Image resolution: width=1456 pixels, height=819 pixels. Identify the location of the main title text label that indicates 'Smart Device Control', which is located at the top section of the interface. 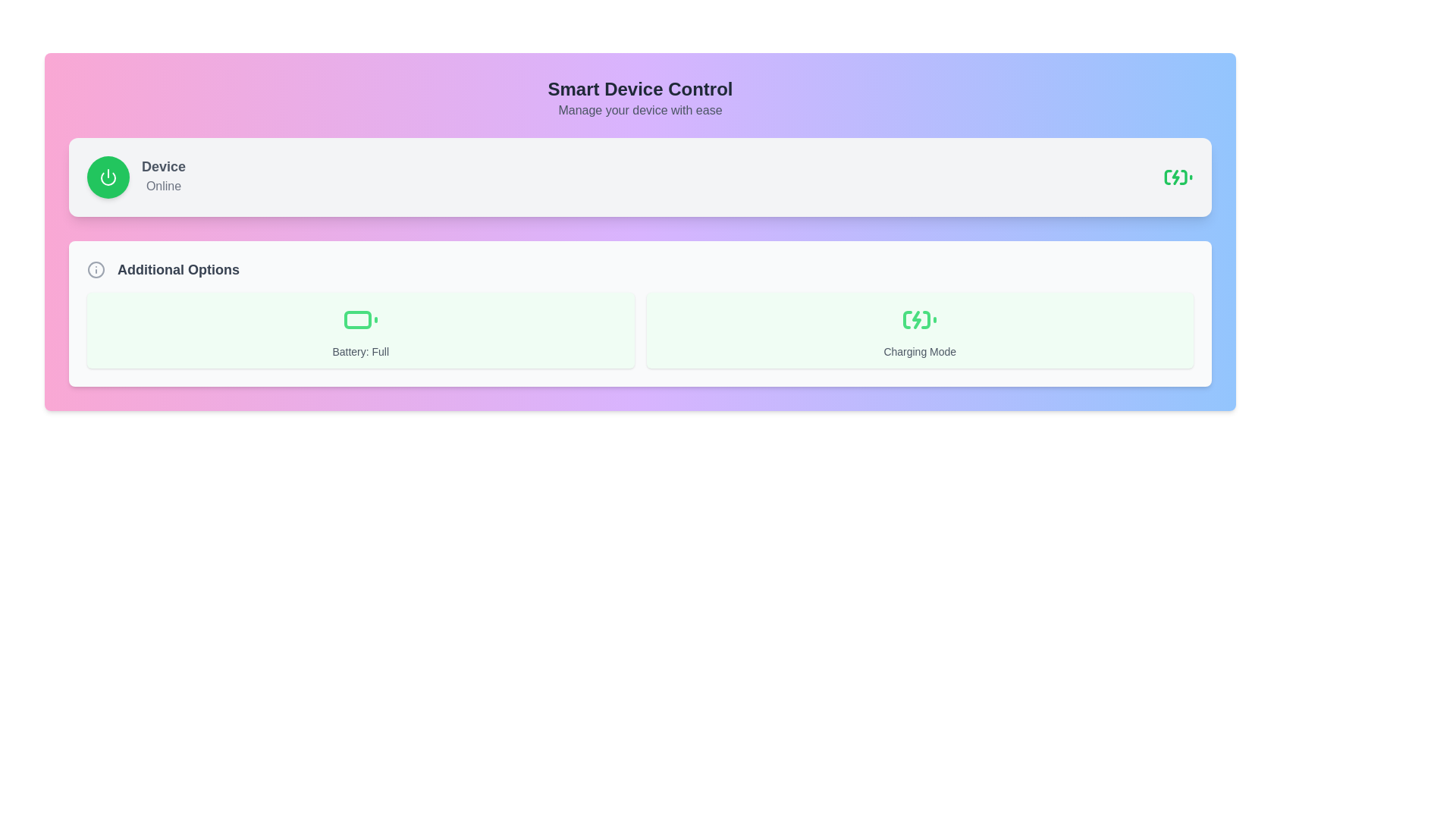
(640, 89).